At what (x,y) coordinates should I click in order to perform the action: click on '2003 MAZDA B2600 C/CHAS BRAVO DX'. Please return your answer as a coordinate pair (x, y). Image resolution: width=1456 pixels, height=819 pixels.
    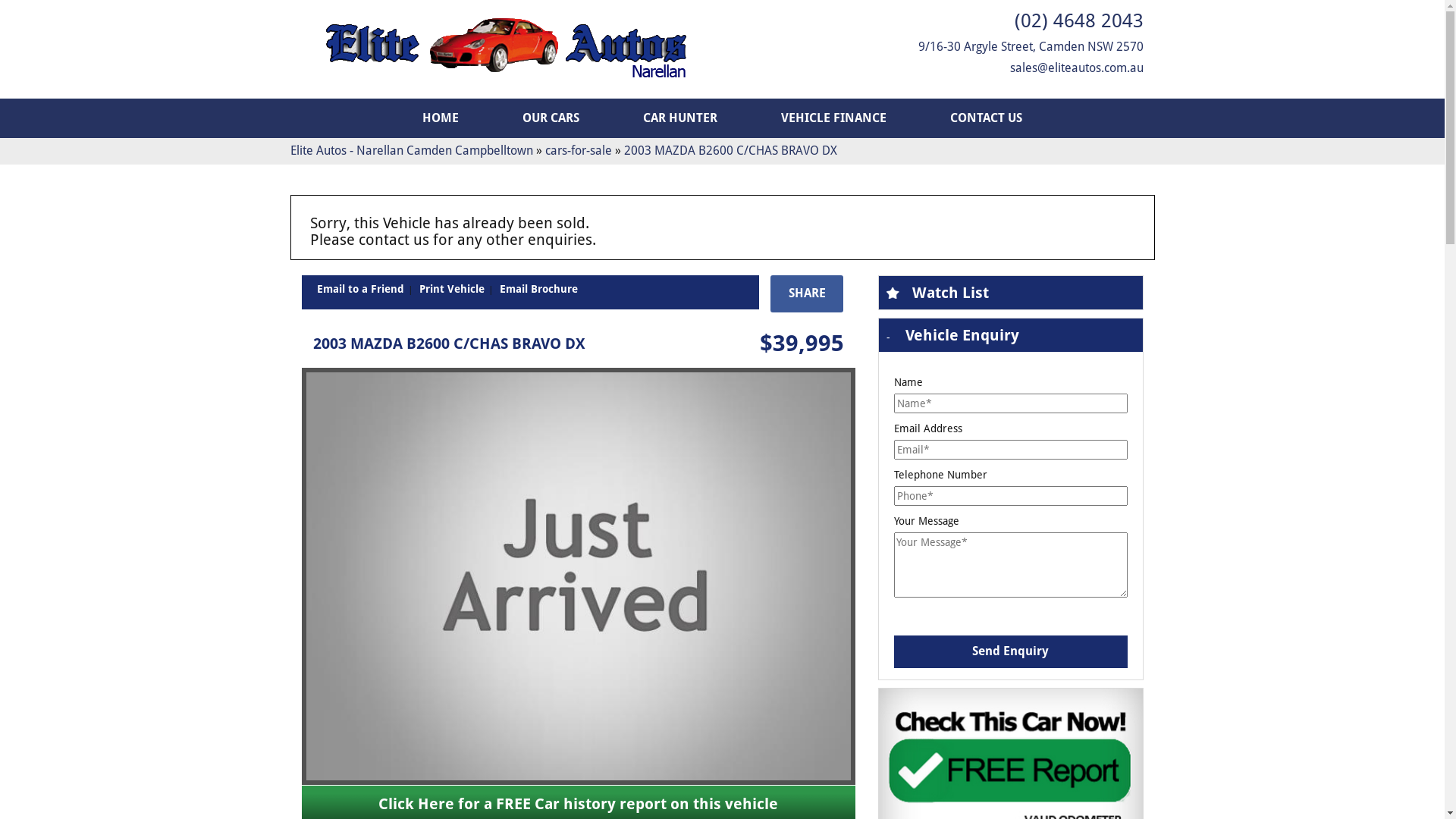
    Looking at the image, I should click on (730, 150).